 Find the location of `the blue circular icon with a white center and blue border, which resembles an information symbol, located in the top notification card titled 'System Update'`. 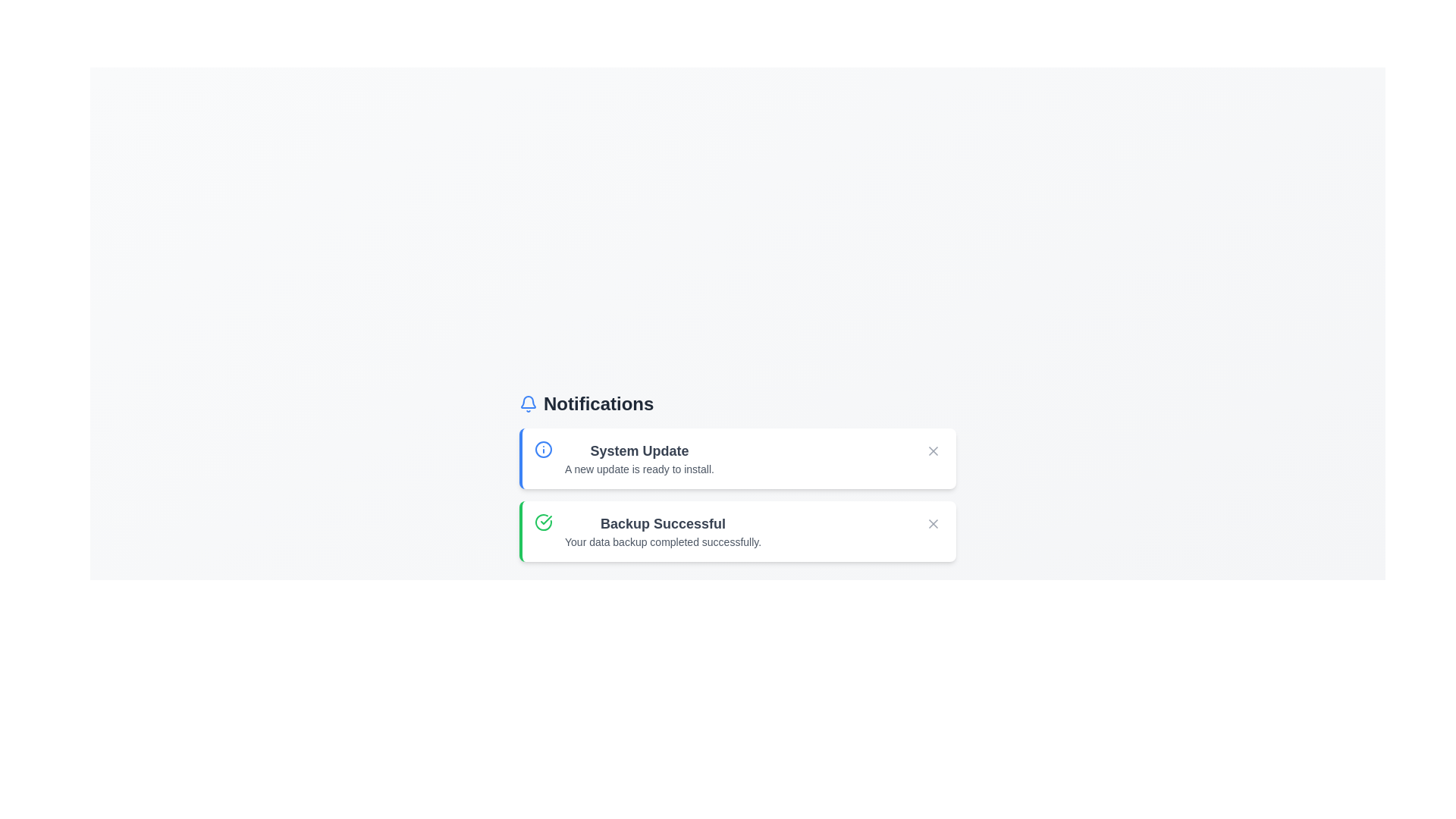

the blue circular icon with a white center and blue border, which resembles an information symbol, located in the top notification card titled 'System Update' is located at coordinates (543, 449).